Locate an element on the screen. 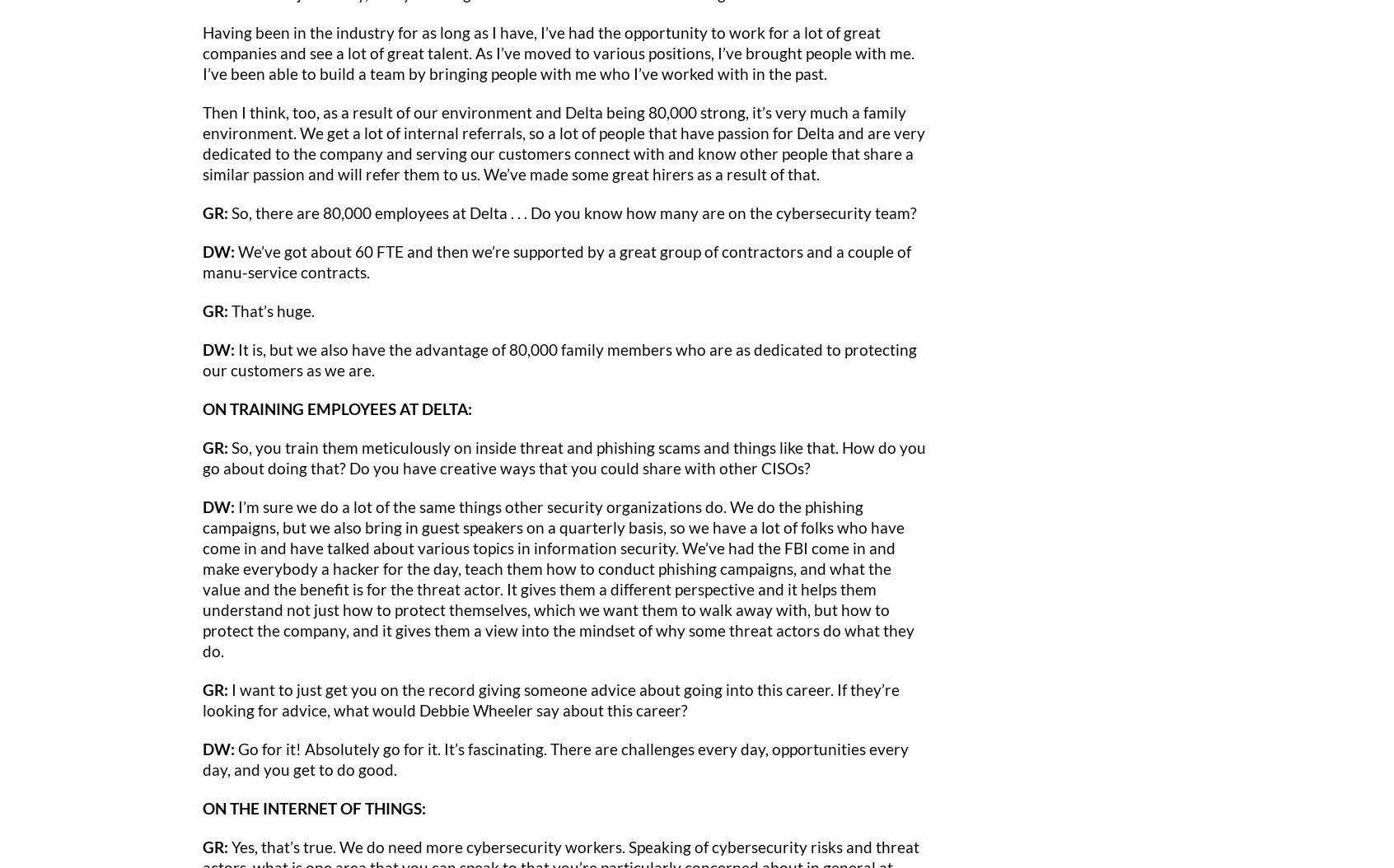 The width and height of the screenshot is (1394, 868). 'ON TRAINING EMPLOYEES AT DELTA:' is located at coordinates (203, 407).